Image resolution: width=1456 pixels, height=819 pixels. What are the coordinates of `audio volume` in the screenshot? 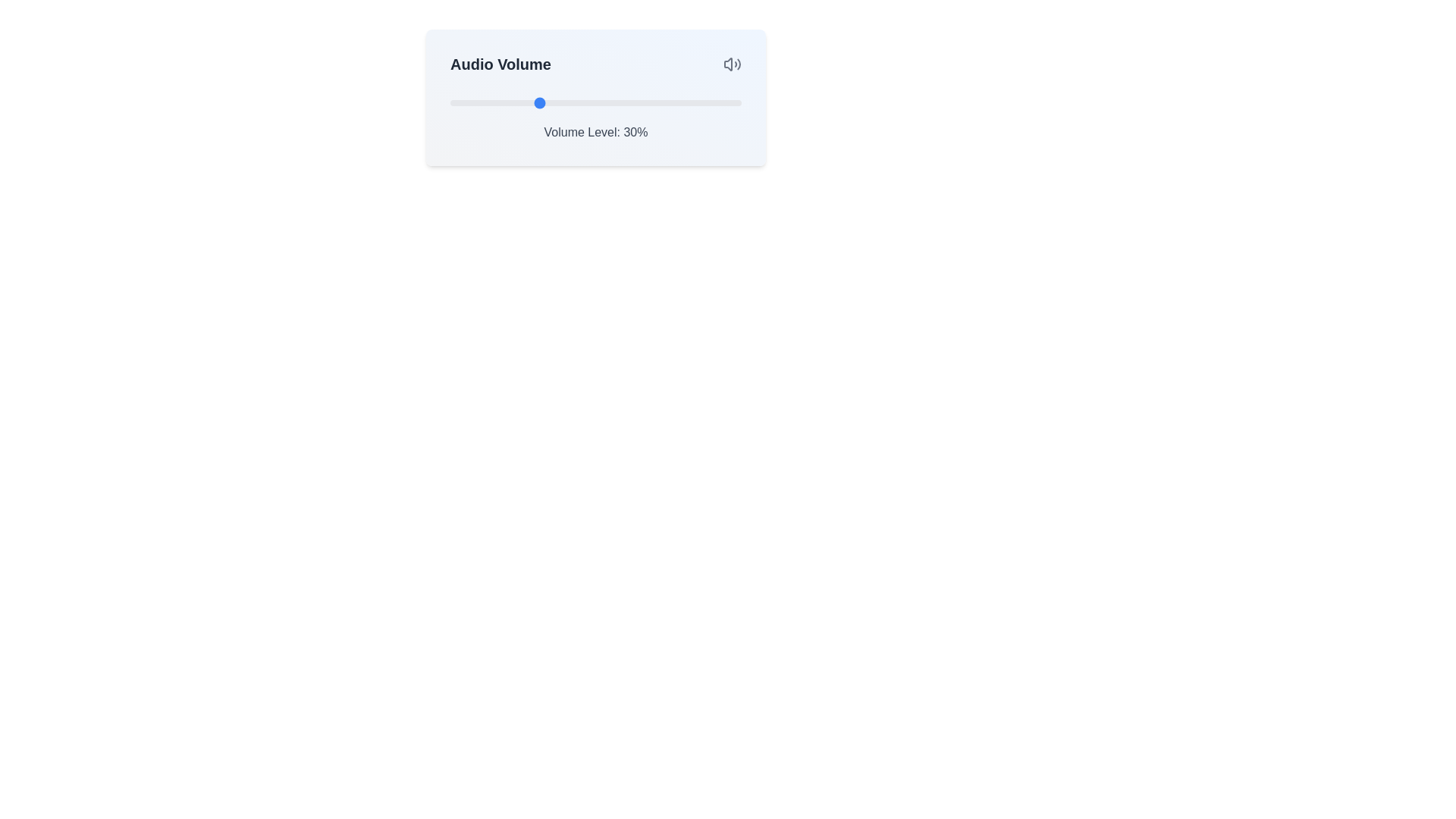 It's located at (560, 102).